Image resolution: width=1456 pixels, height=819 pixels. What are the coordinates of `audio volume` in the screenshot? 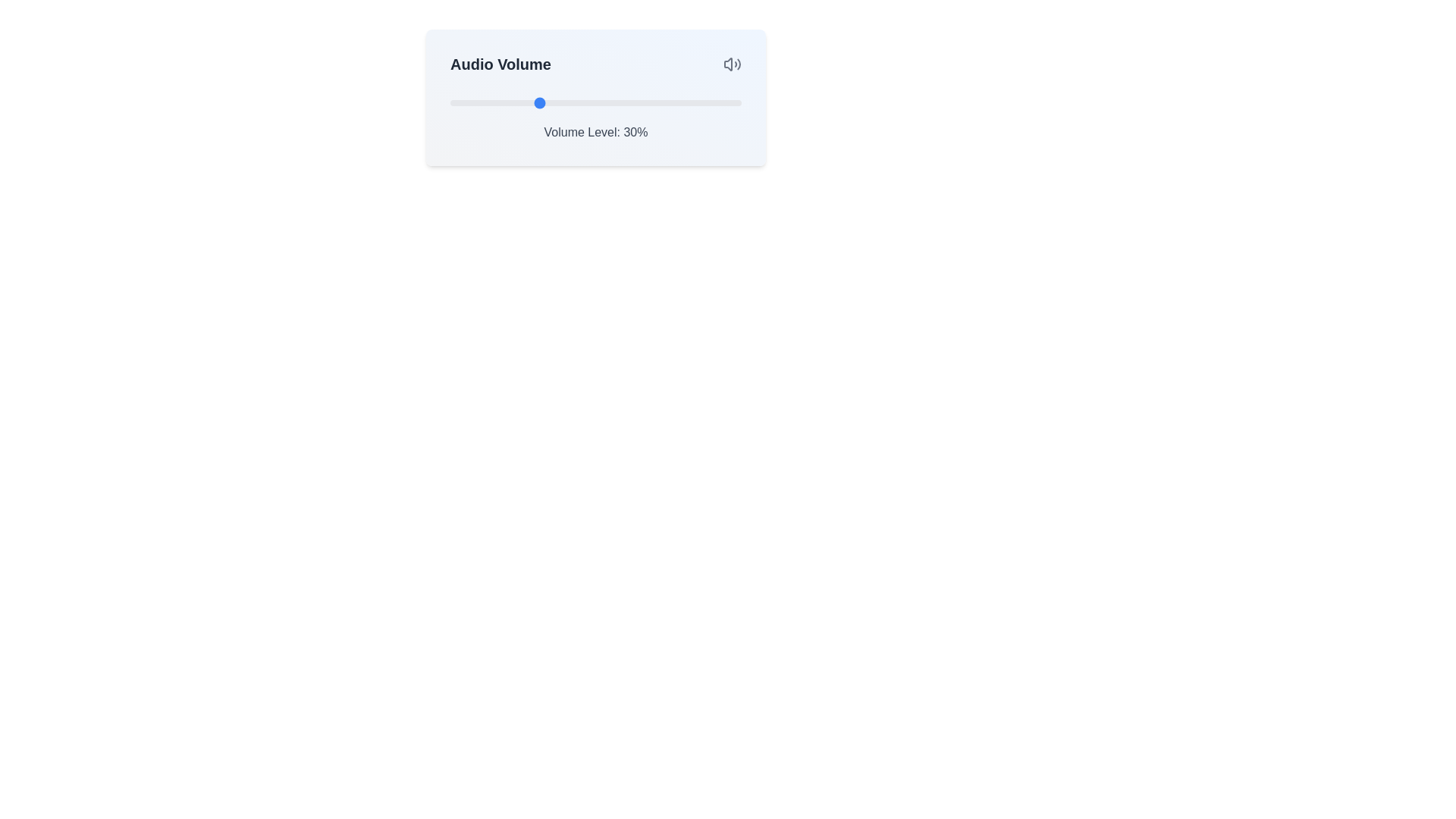 It's located at (560, 102).